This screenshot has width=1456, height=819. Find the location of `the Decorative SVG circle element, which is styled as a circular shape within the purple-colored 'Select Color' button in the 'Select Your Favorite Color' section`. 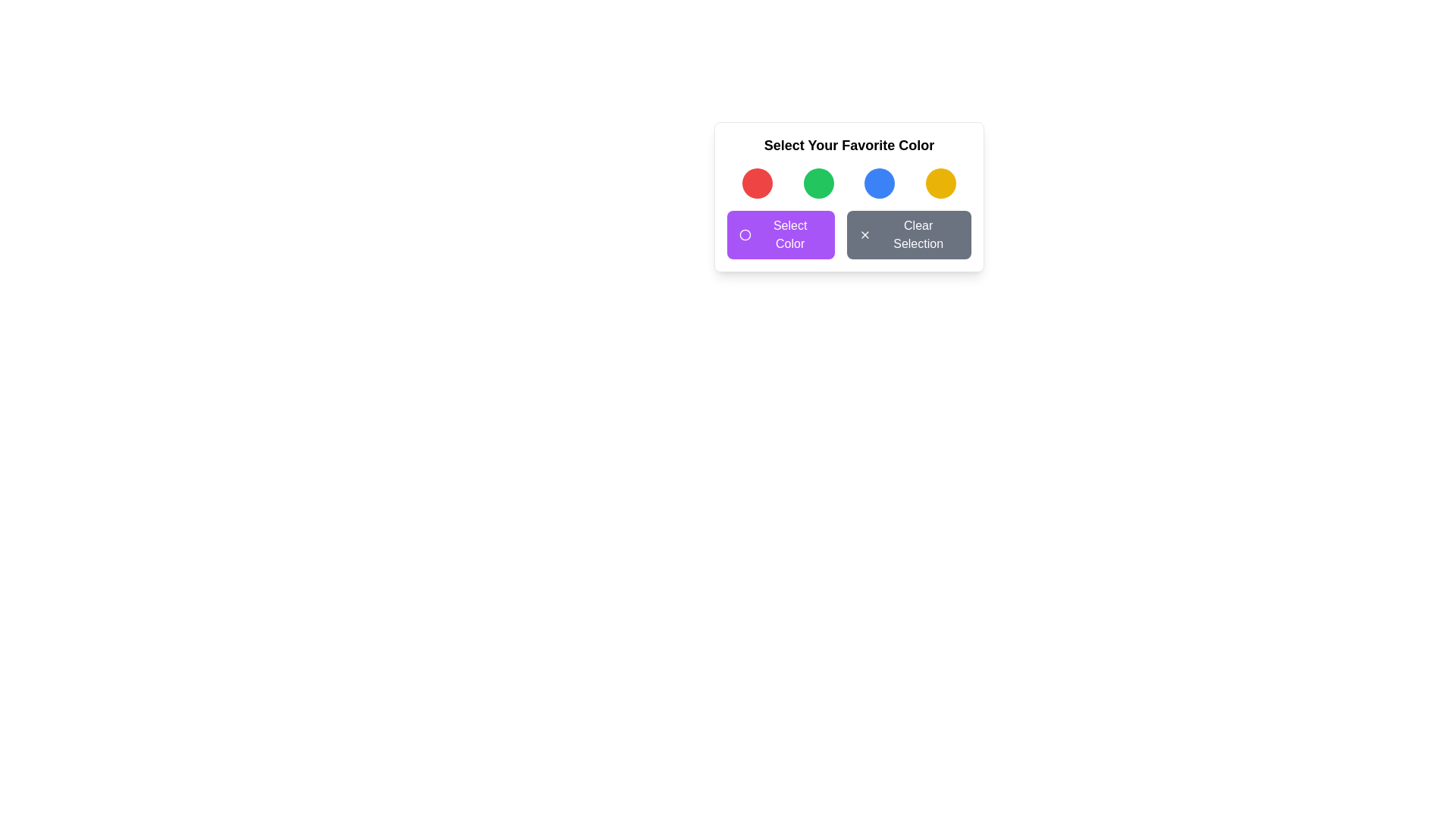

the Decorative SVG circle element, which is styled as a circular shape within the purple-colored 'Select Color' button in the 'Select Your Favorite Color' section is located at coordinates (745, 234).